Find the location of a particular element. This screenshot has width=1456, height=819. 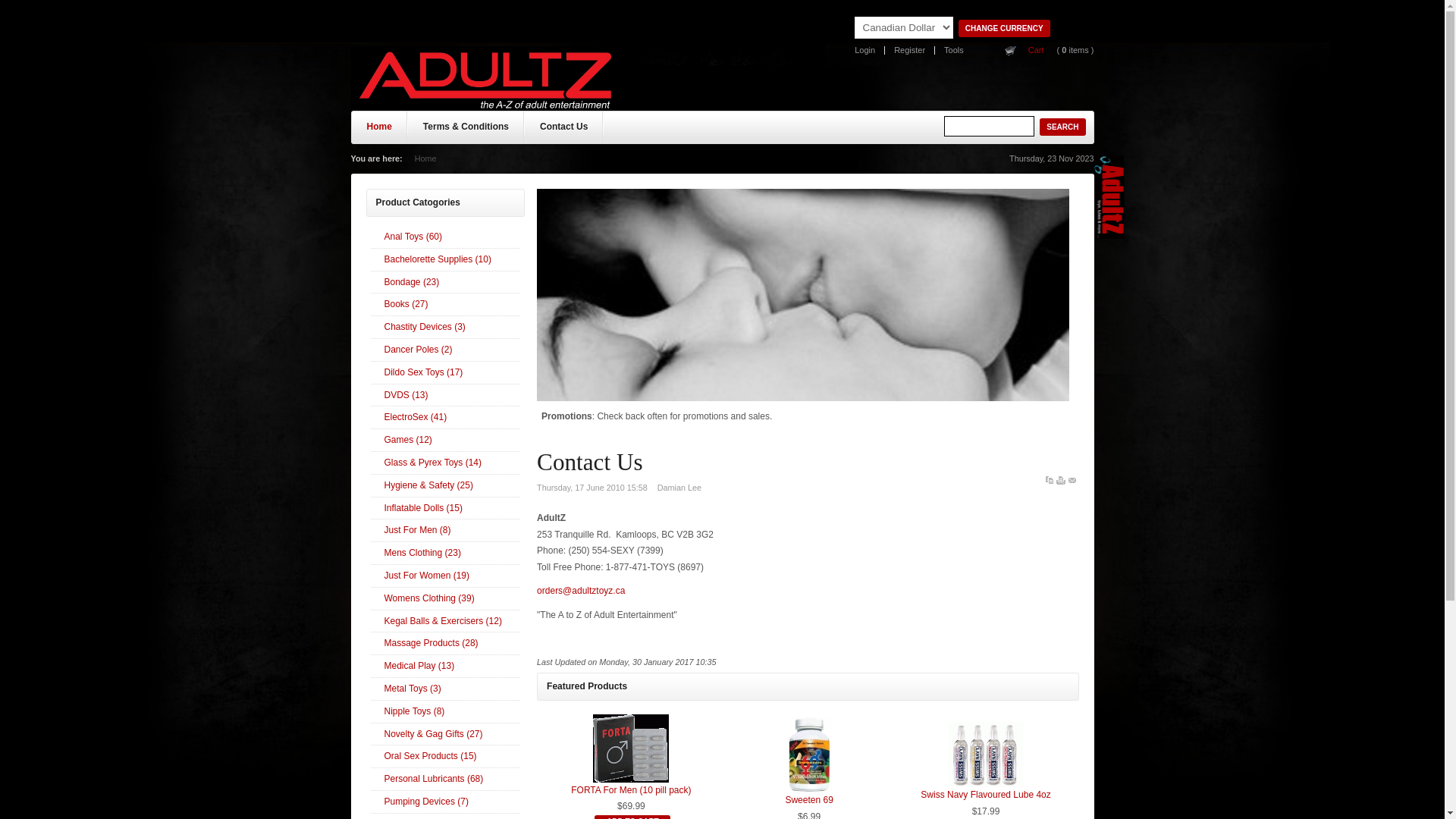

'Swiss Navy Flavoured Lube 4oz' is located at coordinates (985, 794).